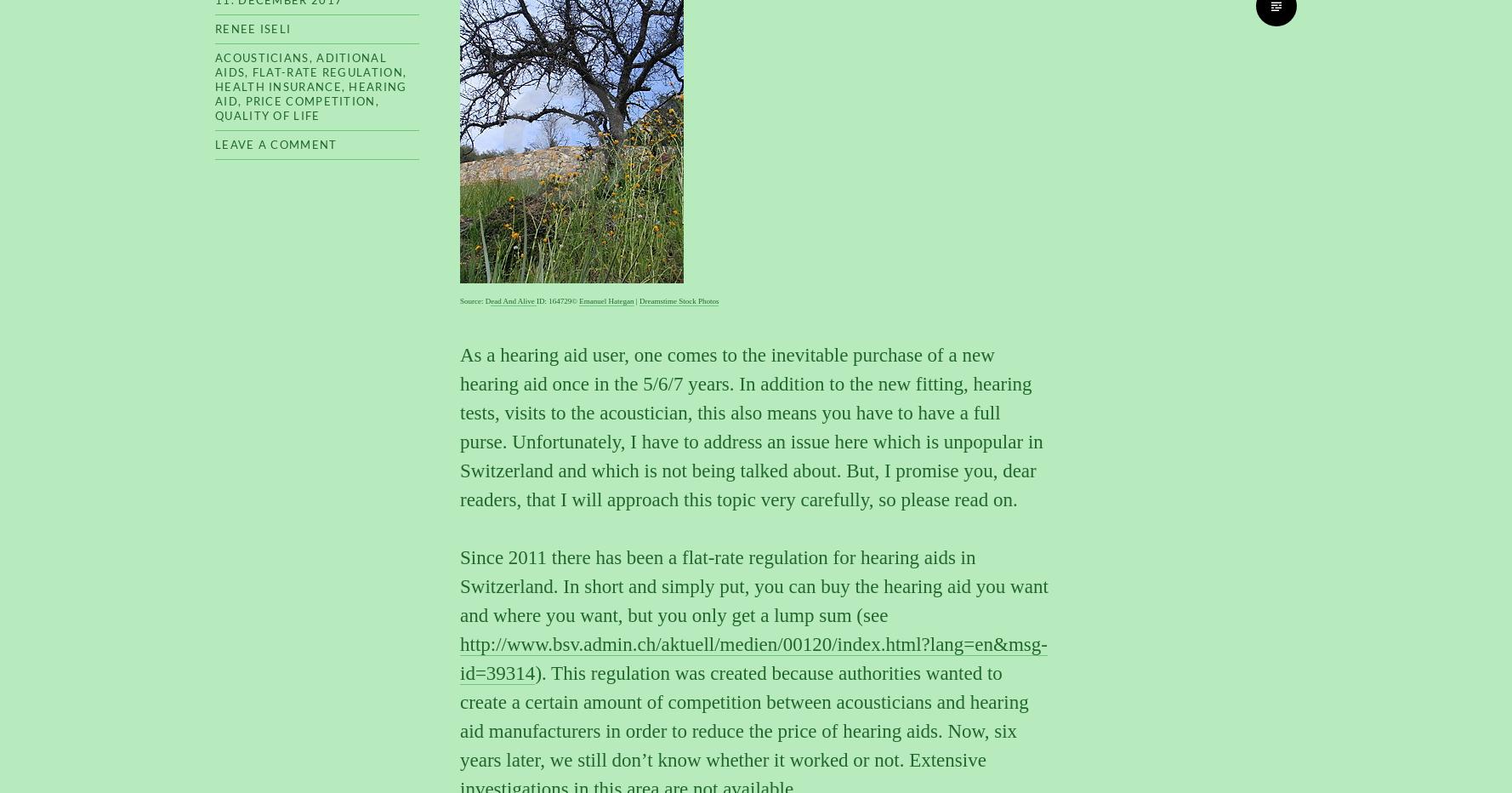 This screenshot has height=793, width=1512. I want to click on 'hearing aid', so click(310, 93).